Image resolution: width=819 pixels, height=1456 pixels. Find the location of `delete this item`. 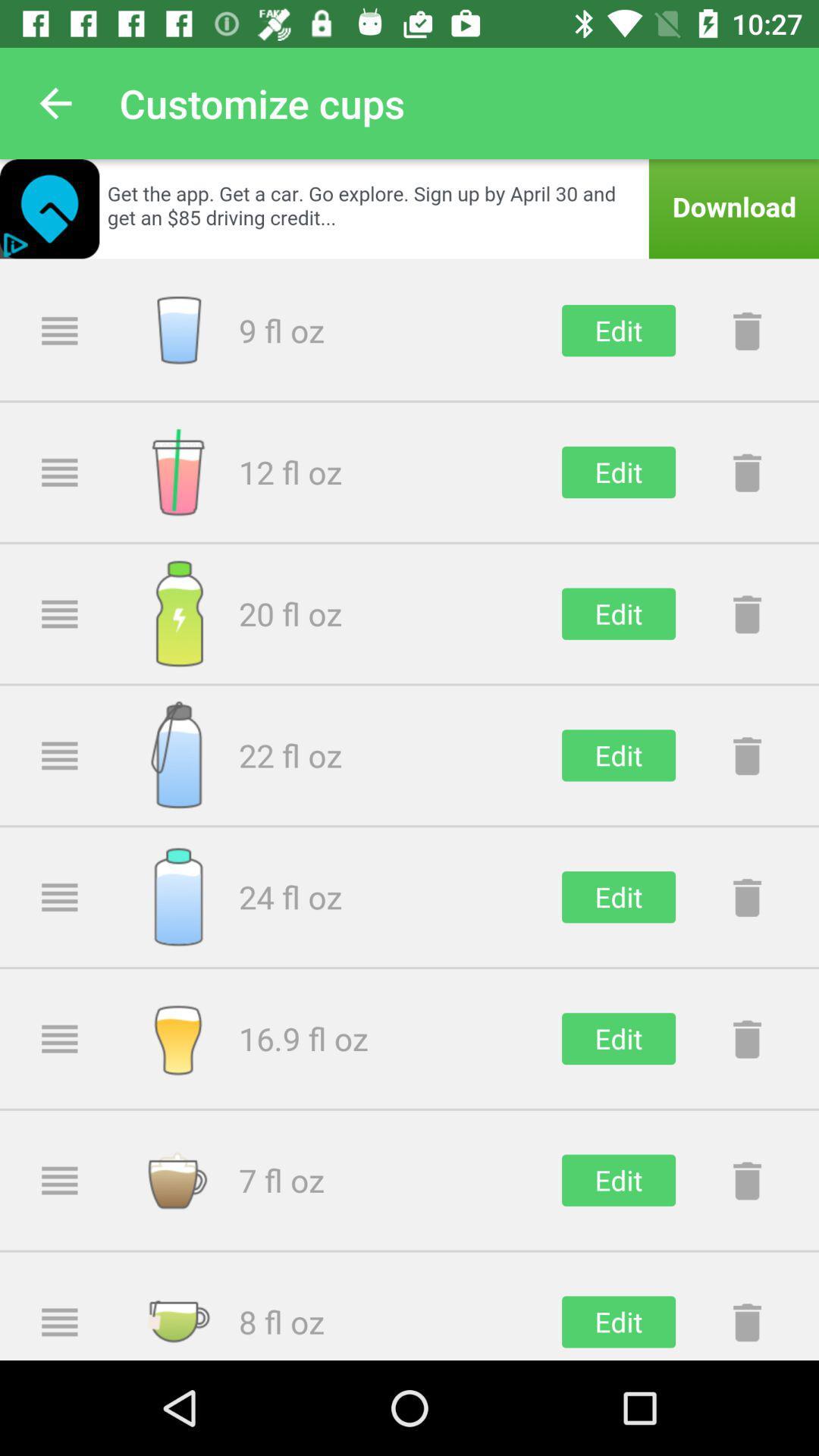

delete this item is located at coordinates (746, 613).